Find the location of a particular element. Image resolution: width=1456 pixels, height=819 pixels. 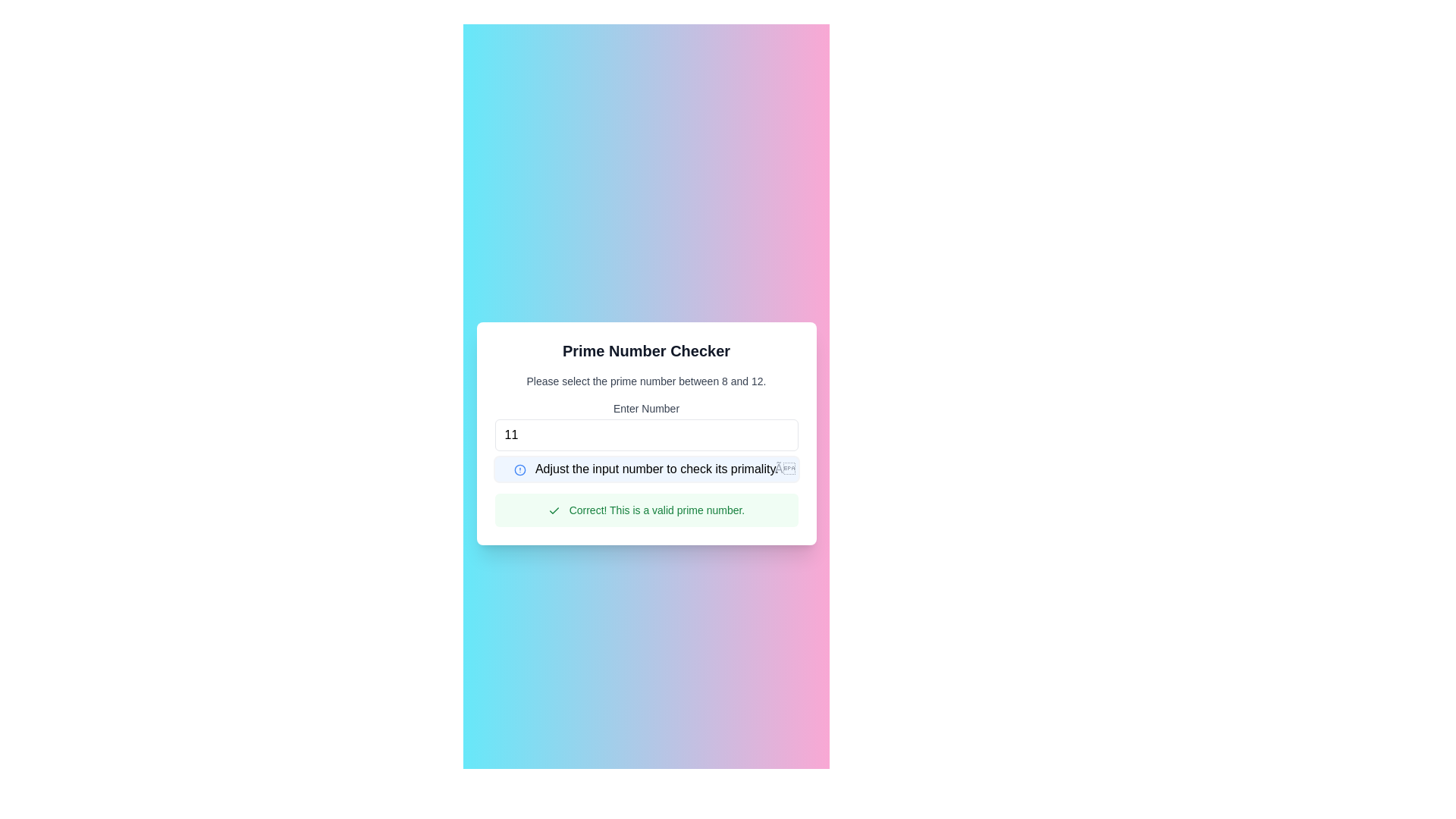

the button represented by the text '×' in gray font located at the top right corner of the notification message box is located at coordinates (785, 468).